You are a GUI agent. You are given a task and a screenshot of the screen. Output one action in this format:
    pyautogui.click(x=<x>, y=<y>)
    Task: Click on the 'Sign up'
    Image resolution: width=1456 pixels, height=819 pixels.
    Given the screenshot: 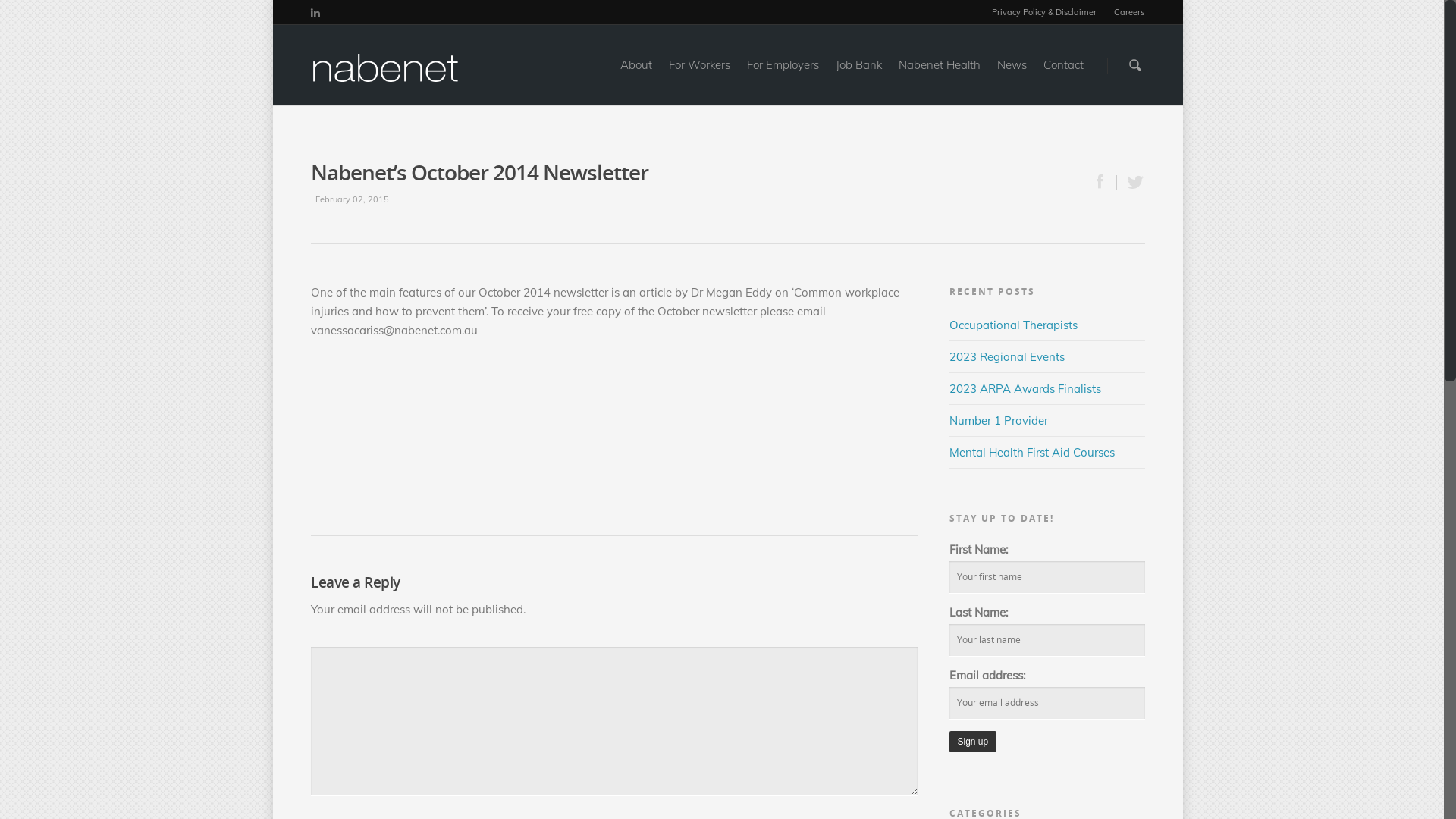 What is the action you would take?
    pyautogui.click(x=973, y=741)
    